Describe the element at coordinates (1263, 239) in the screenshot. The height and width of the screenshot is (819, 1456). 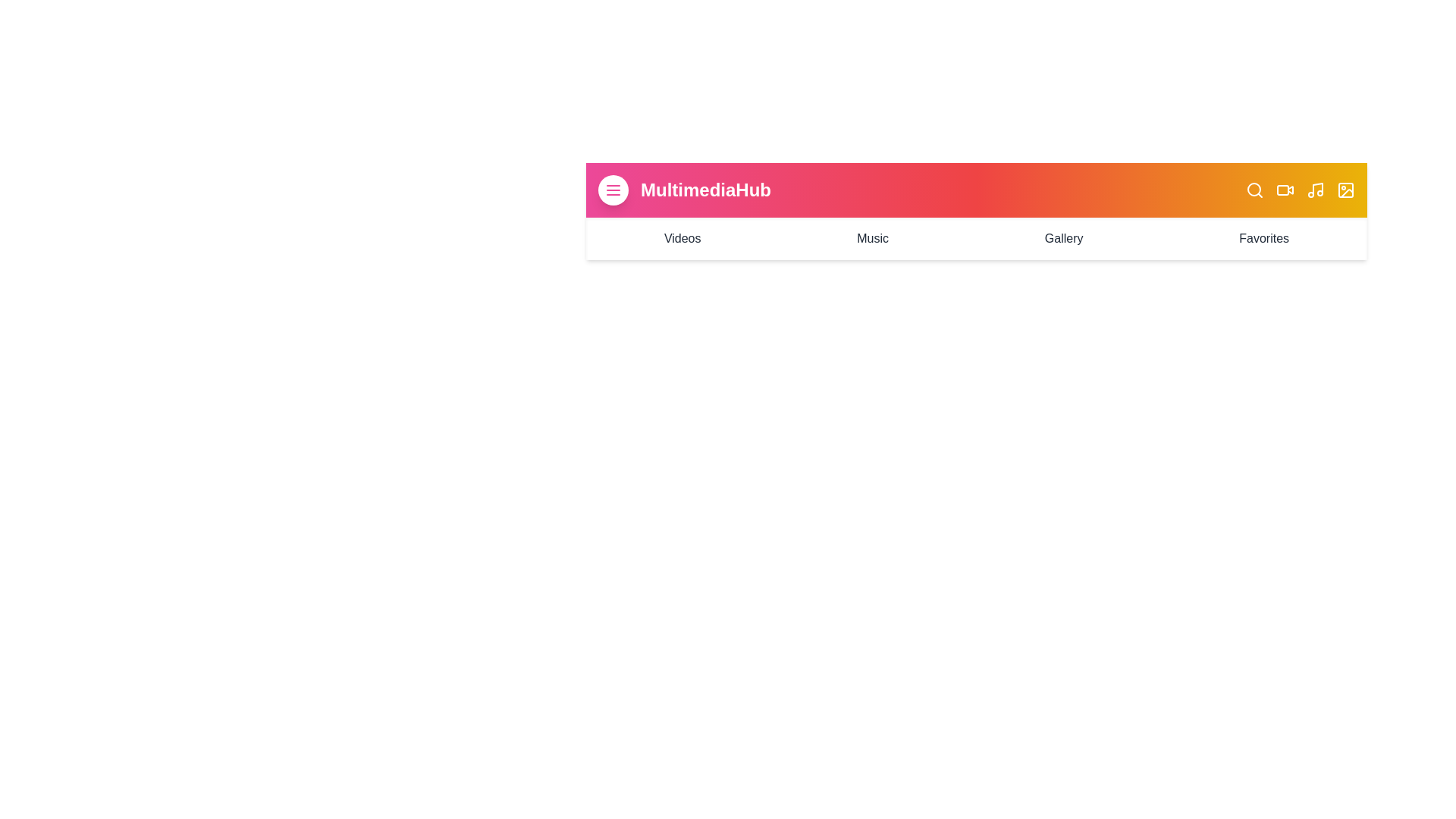
I see `the navigation link labeled 'Favorites' to navigate to the respective section` at that location.